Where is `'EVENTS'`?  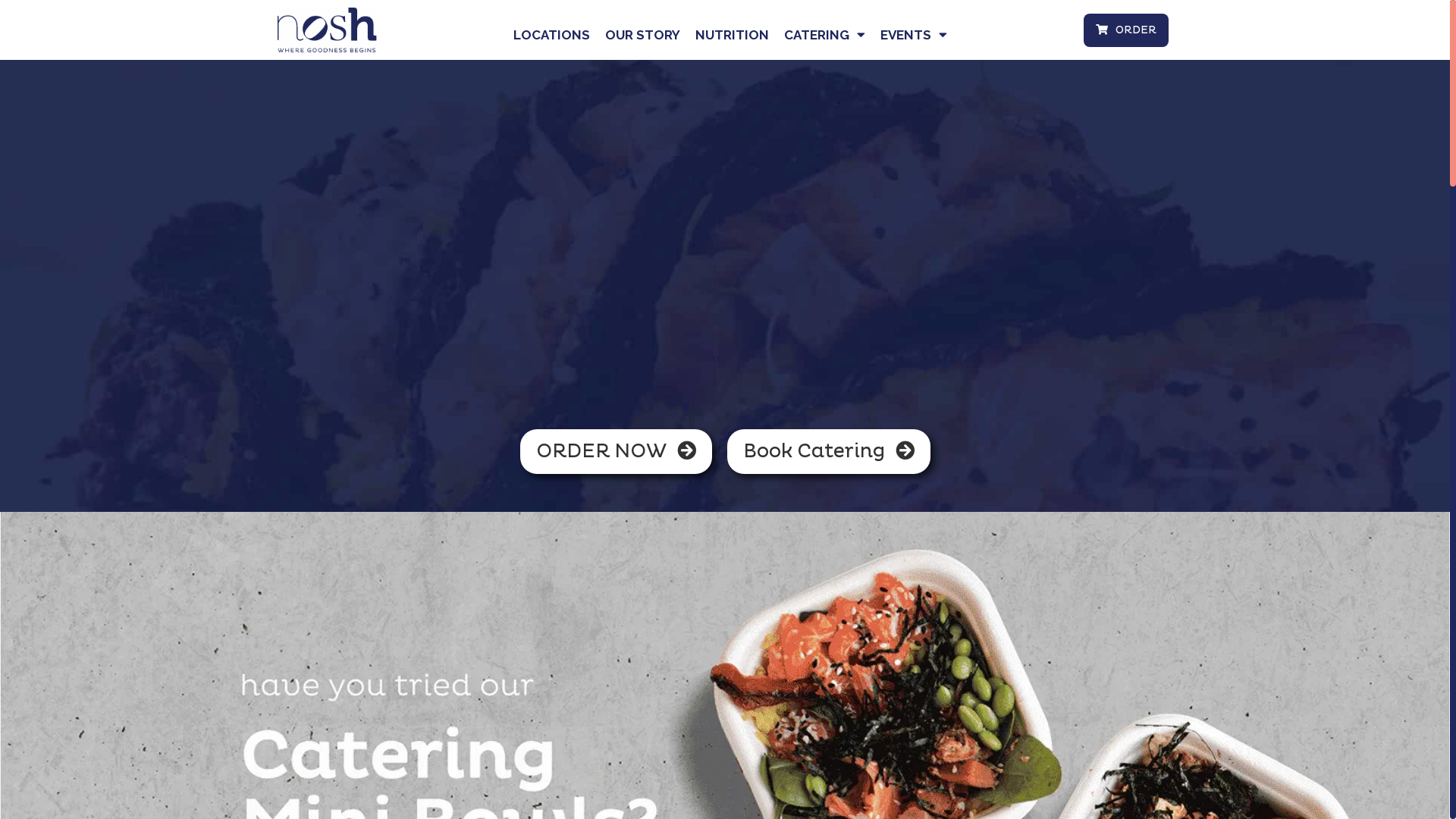
'EVENTS' is located at coordinates (912, 34).